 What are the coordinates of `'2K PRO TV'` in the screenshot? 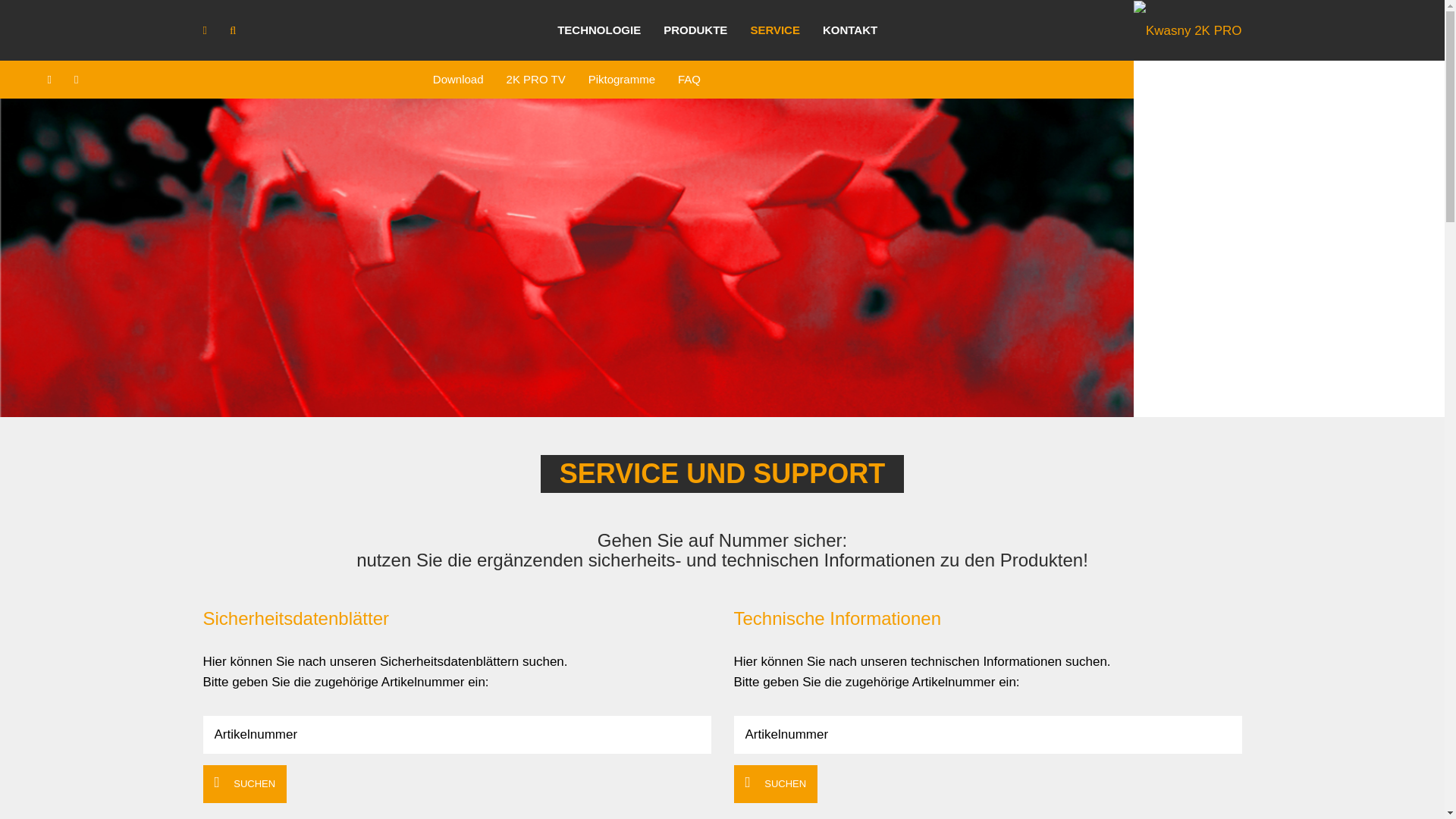 It's located at (535, 79).